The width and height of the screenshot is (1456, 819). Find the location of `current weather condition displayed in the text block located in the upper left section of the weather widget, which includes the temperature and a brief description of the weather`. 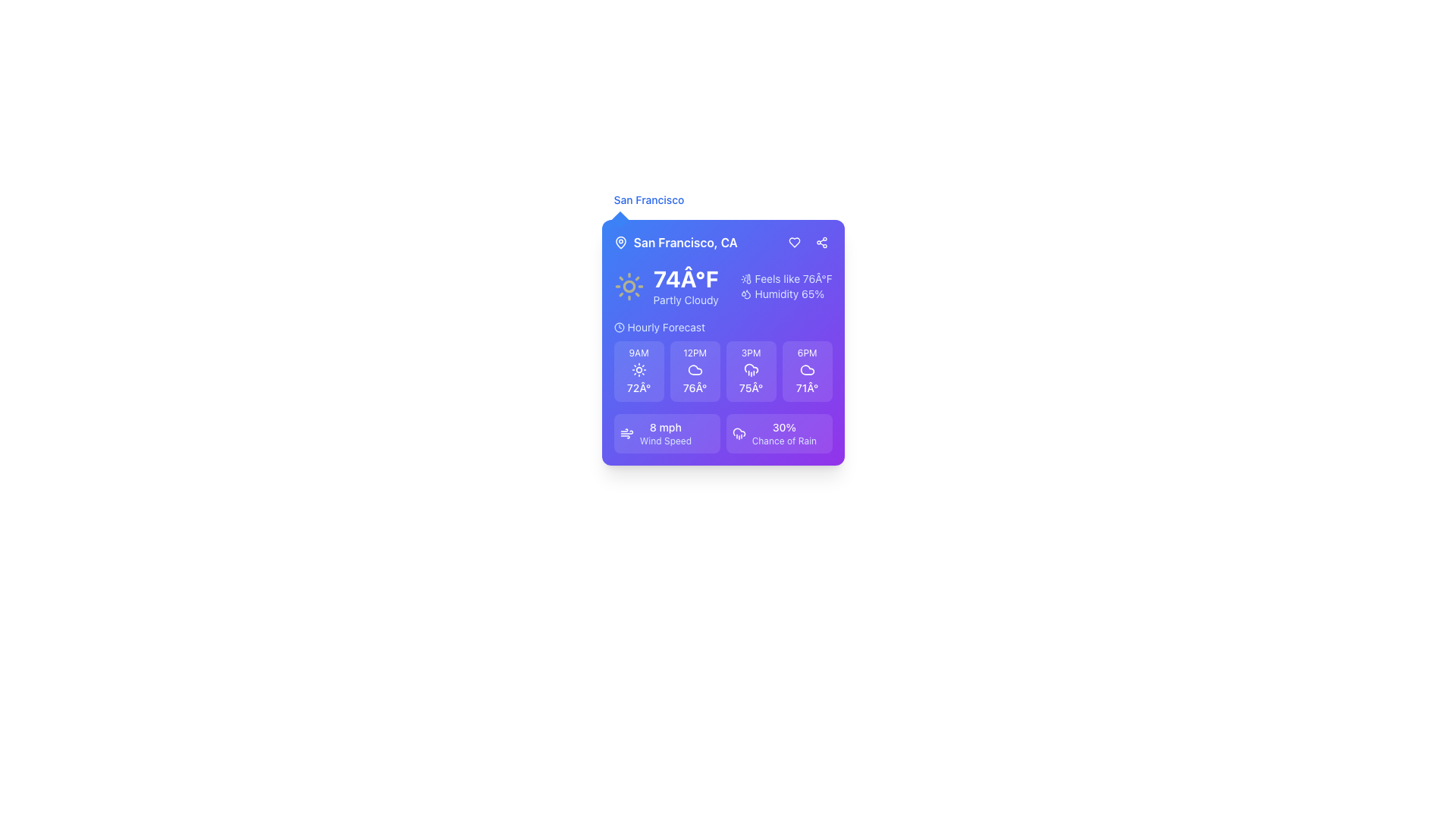

current weather condition displayed in the text block located in the upper left section of the weather widget, which includes the temperature and a brief description of the weather is located at coordinates (666, 287).